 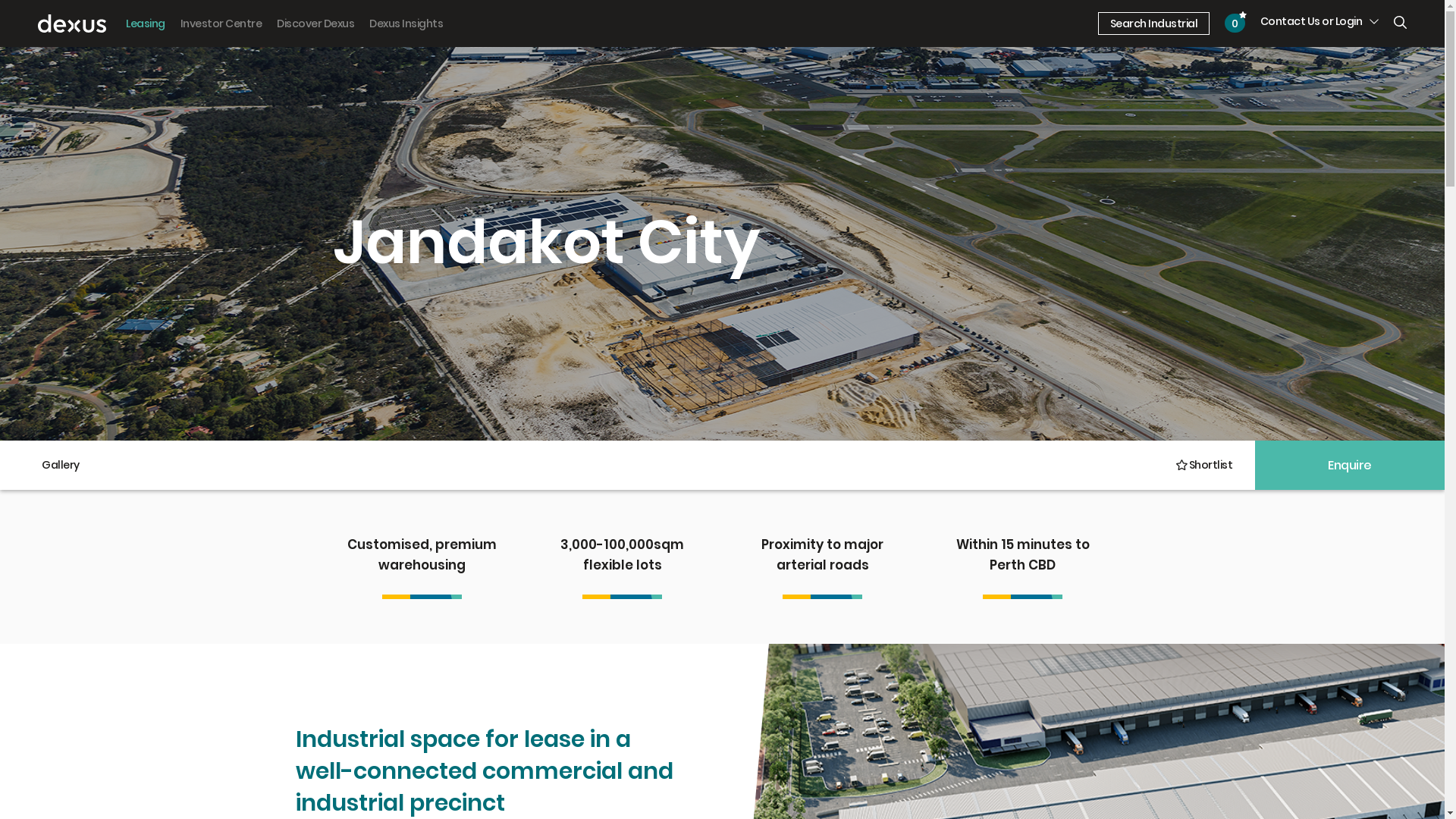 I want to click on 'Search Industrial', so click(x=1153, y=24).